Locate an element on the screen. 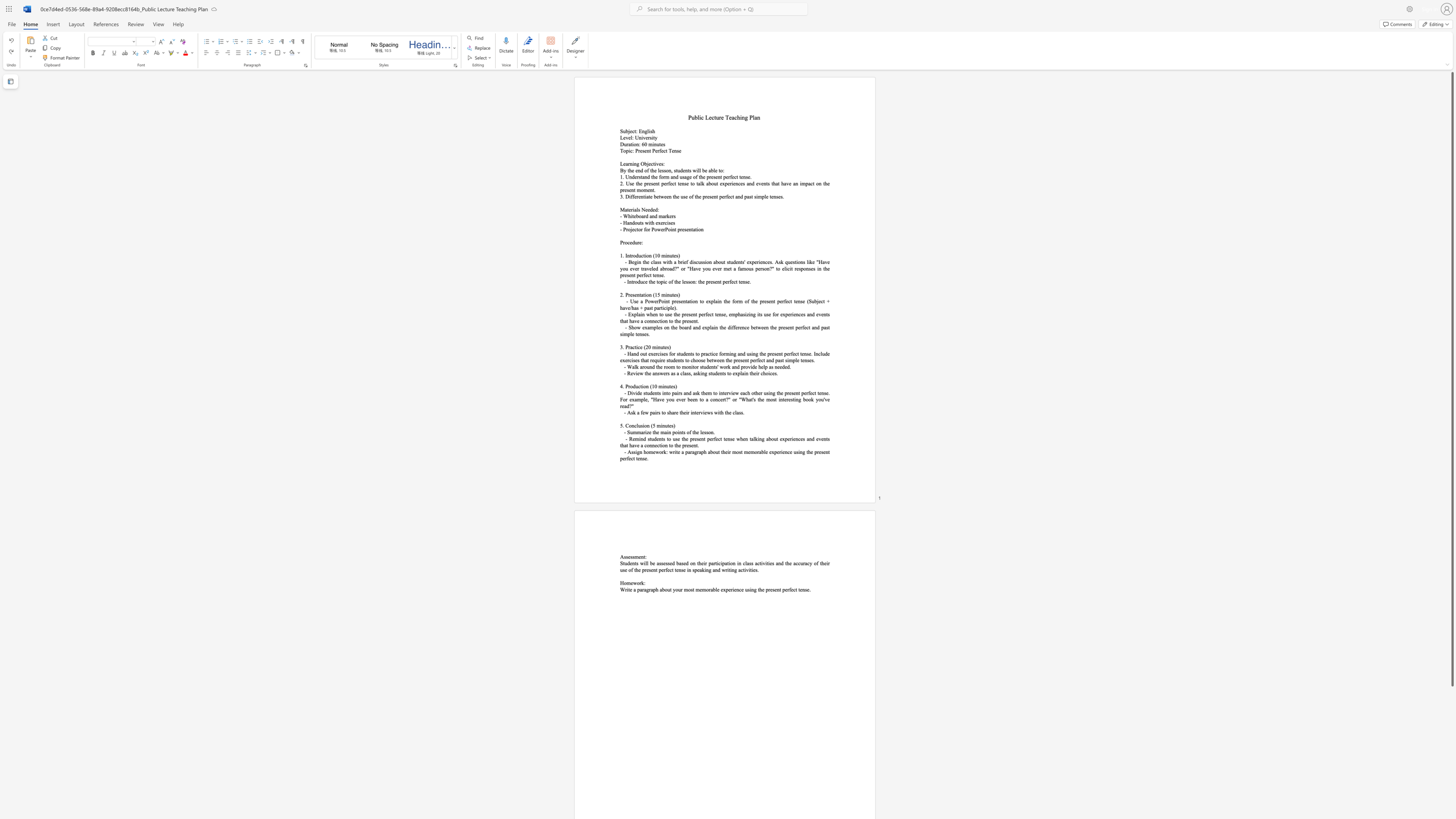 This screenshot has width=1456, height=819. the space between the continuous character "c" and "t" in the text is located at coordinates (714, 117).